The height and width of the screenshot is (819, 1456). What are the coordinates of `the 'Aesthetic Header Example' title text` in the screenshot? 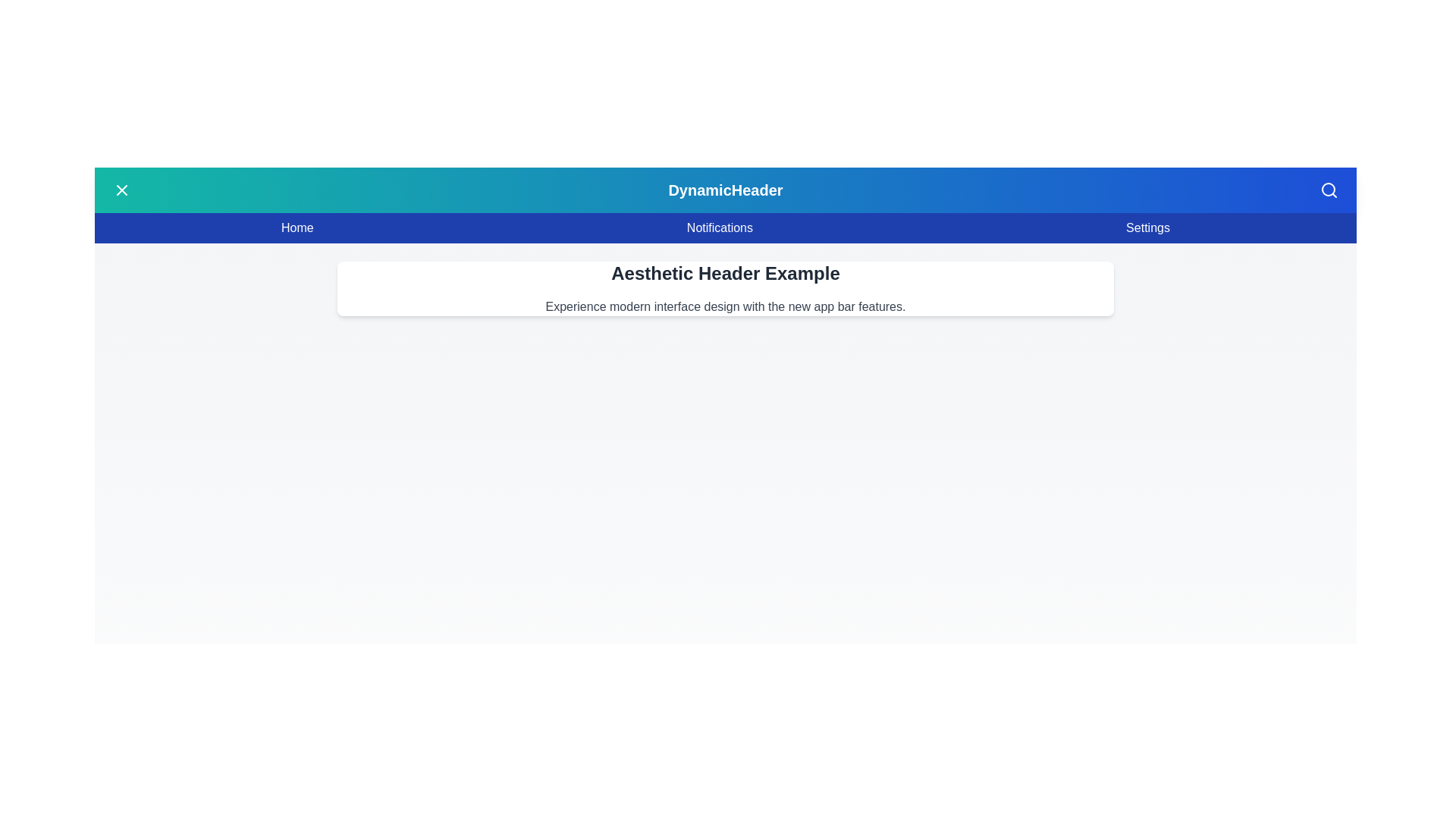 It's located at (724, 274).